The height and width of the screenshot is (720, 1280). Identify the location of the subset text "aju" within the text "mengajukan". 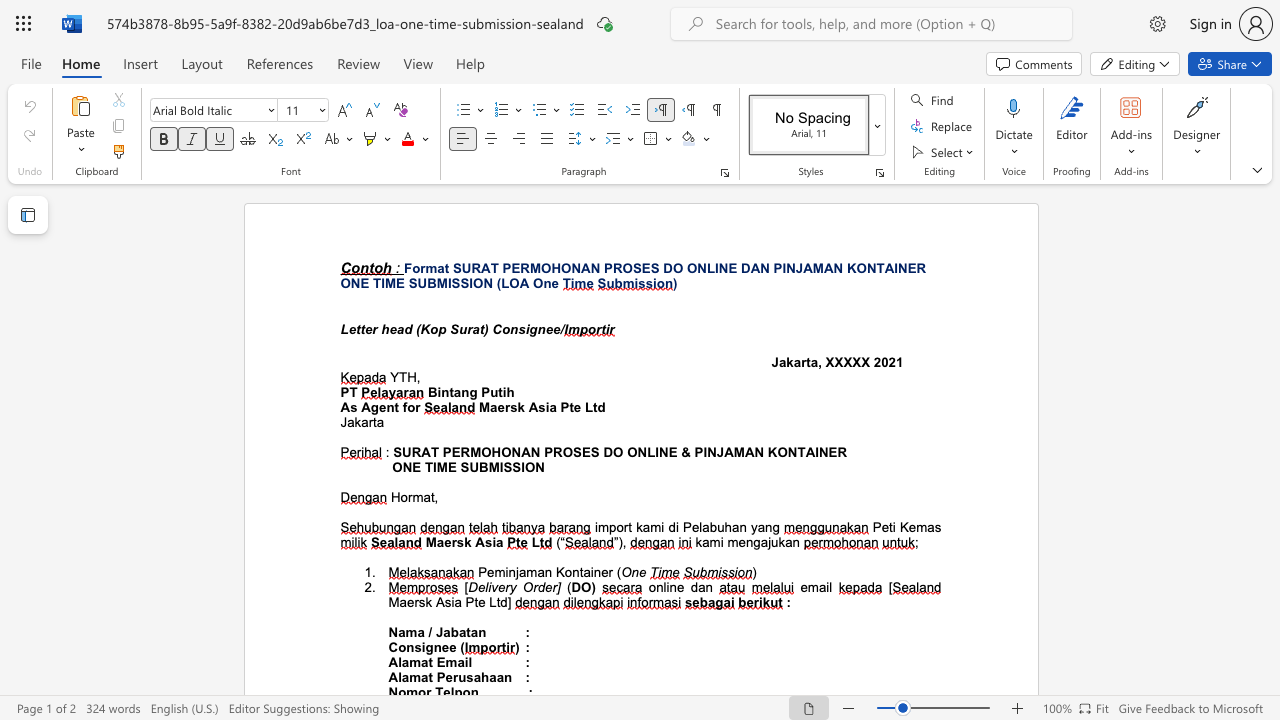
(759, 542).